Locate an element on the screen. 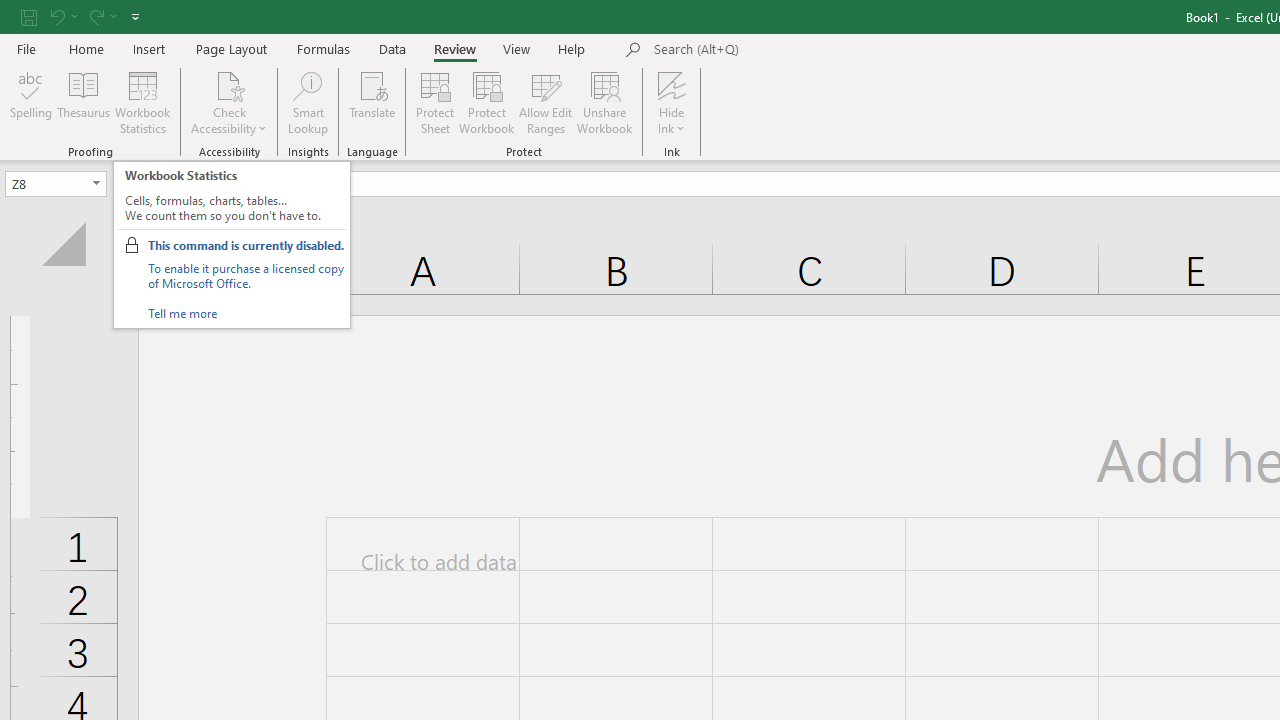 The height and width of the screenshot is (720, 1280). 'Allow Edit Ranges' is located at coordinates (545, 103).